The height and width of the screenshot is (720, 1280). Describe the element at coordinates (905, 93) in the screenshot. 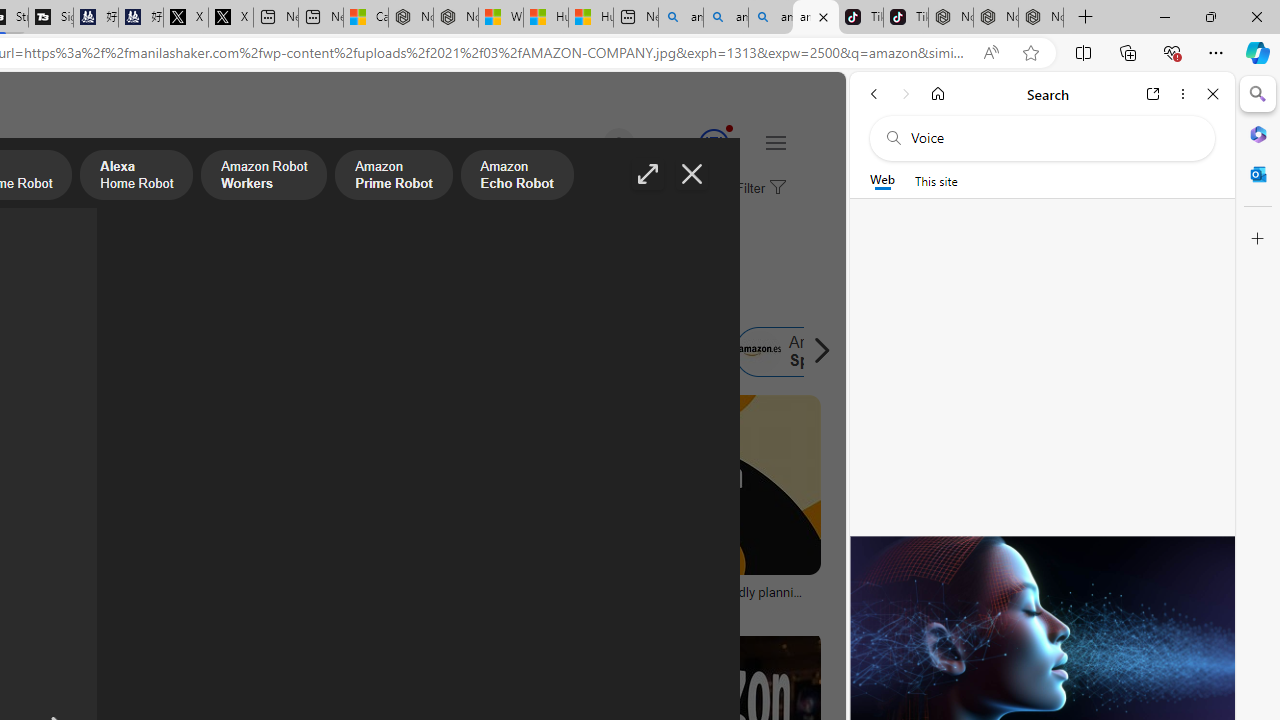

I see `'Forward'` at that location.